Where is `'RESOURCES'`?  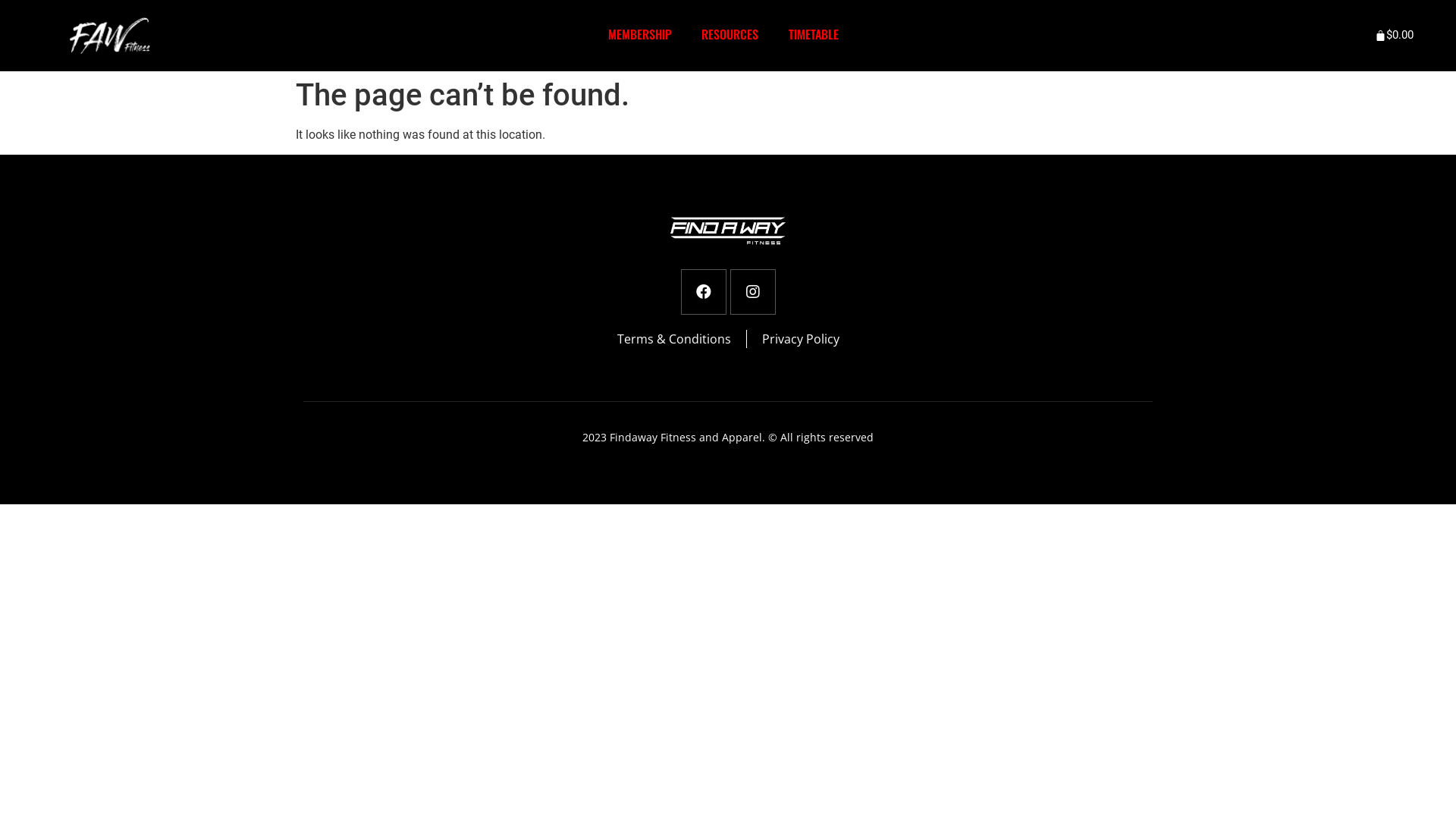 'RESOURCES' is located at coordinates (686, 34).